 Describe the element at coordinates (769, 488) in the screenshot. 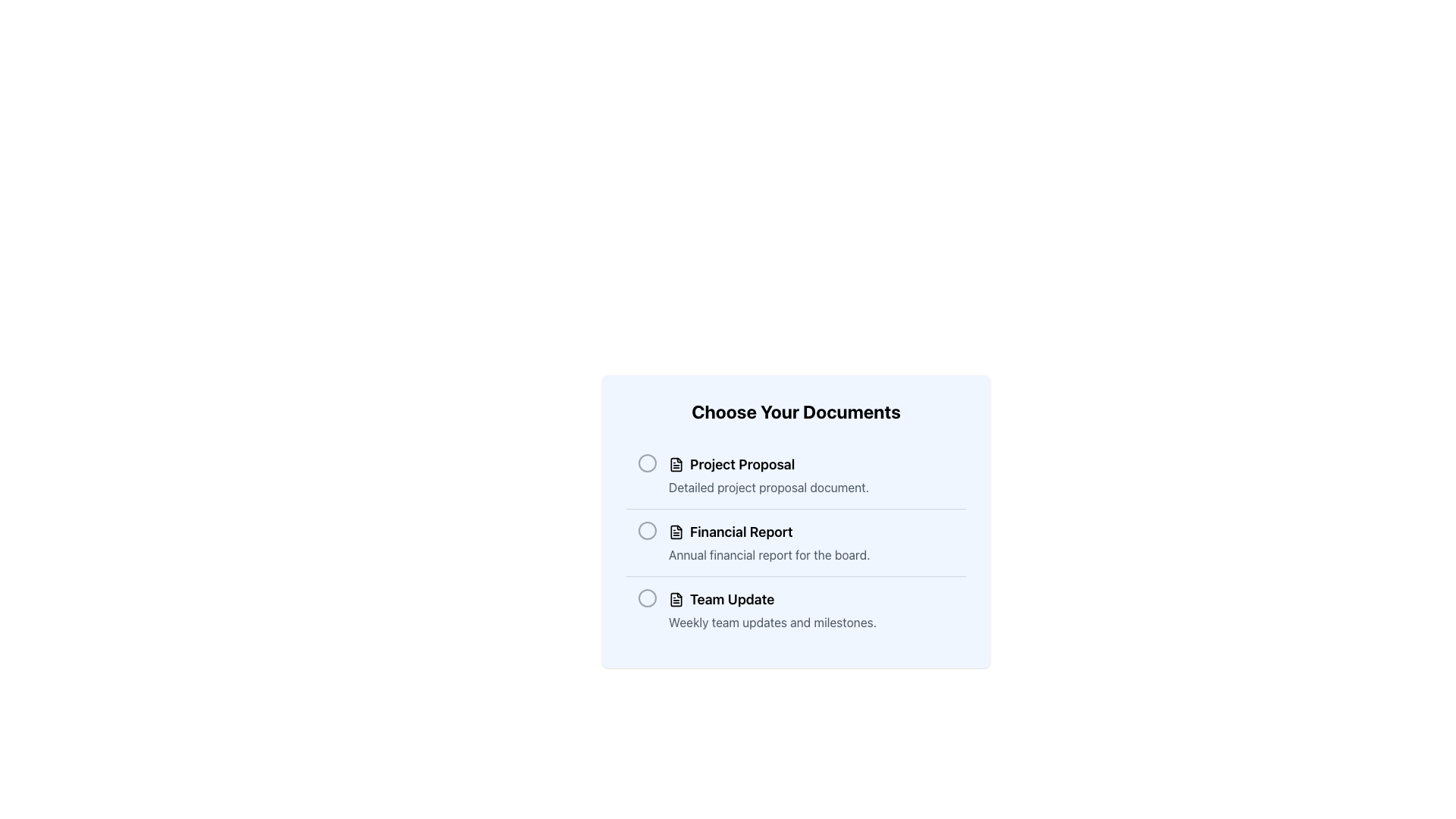

I see `the text label displaying 'Detailed project proposal document.' which is positioned below the heading 'Project Proposal' in the document selection list` at that location.